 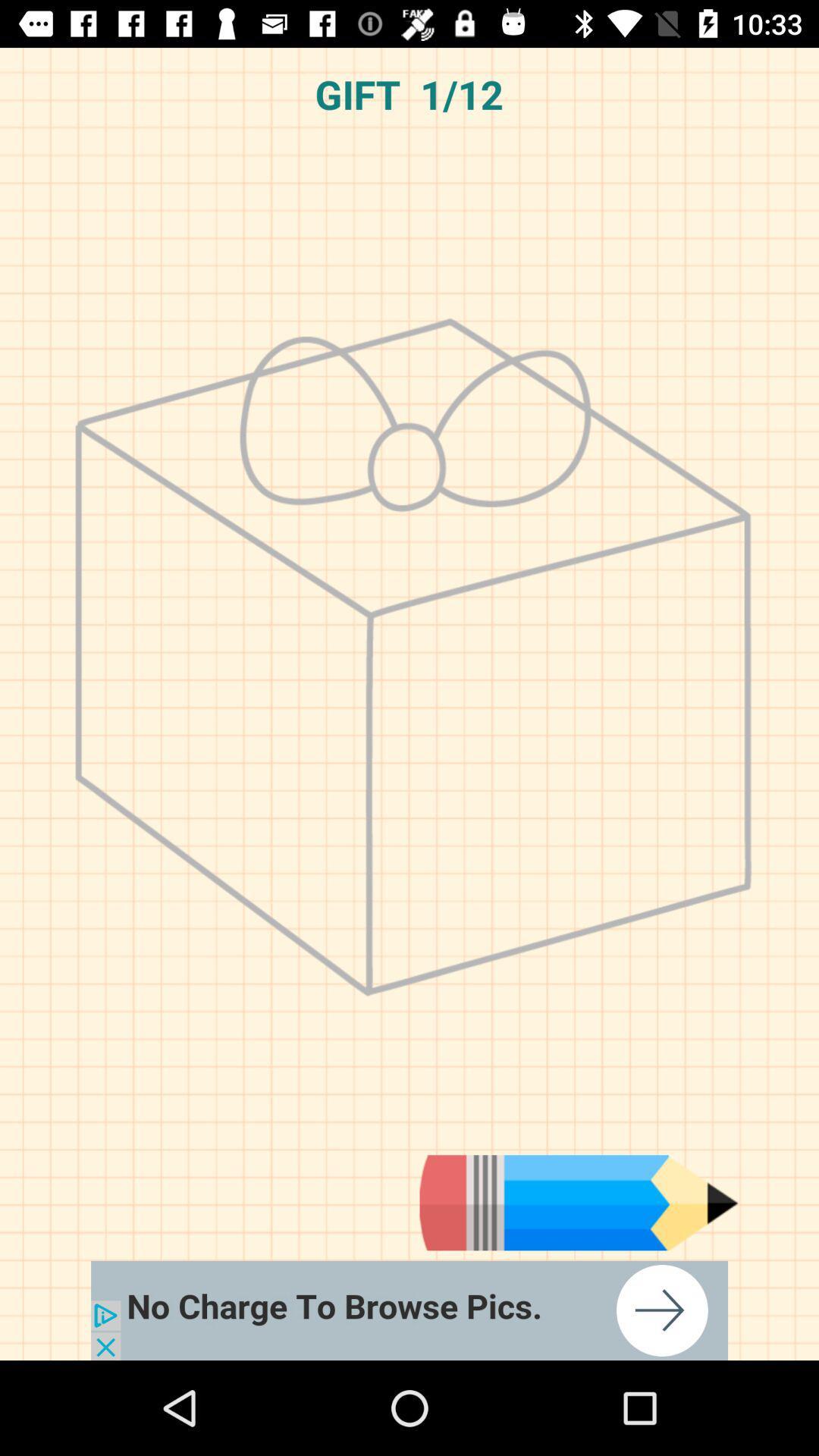 What do you see at coordinates (579, 1202) in the screenshot?
I see `choose pencil type` at bounding box center [579, 1202].